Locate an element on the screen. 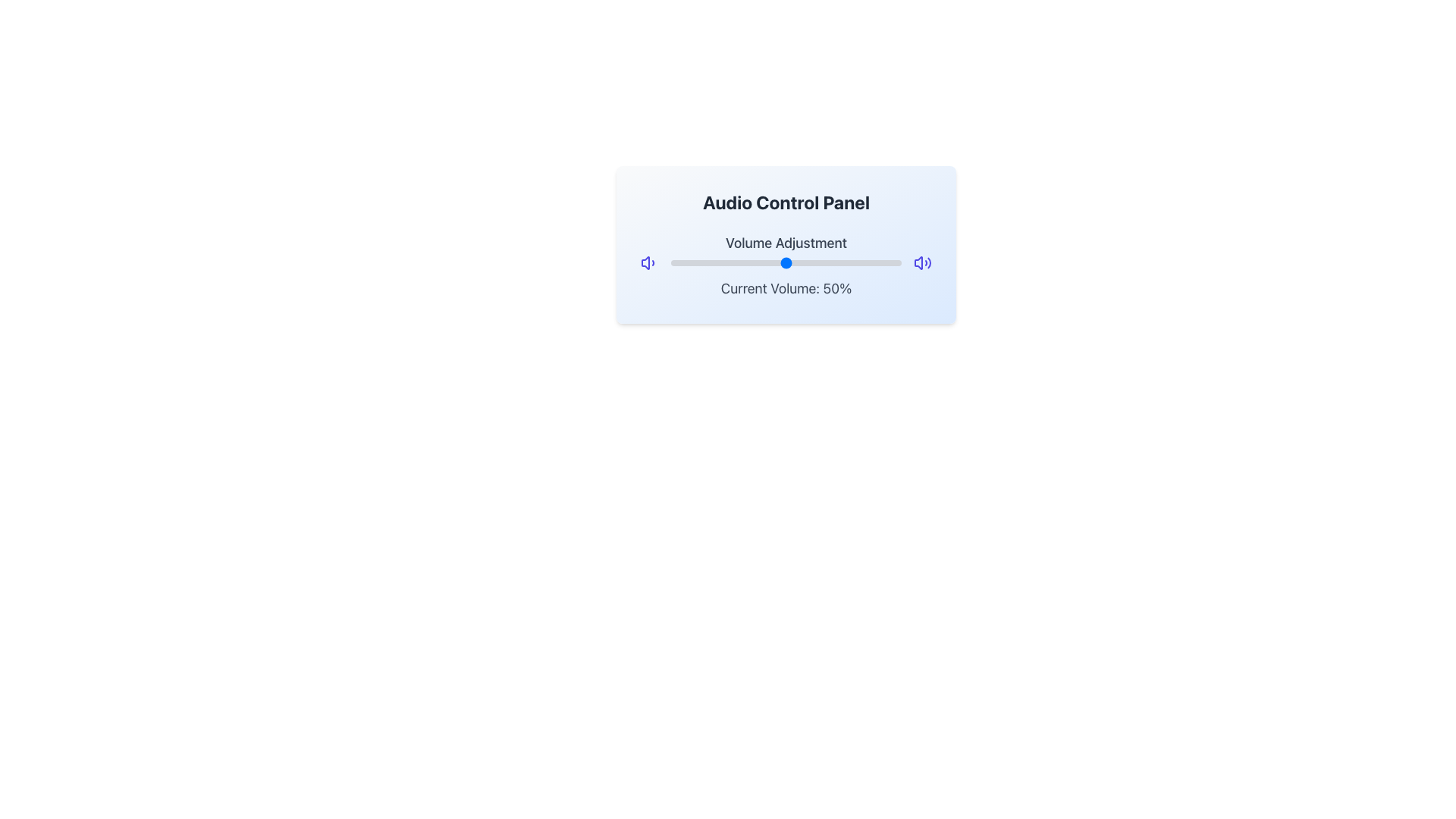 This screenshot has width=1456, height=819. the slider is located at coordinates (786, 262).